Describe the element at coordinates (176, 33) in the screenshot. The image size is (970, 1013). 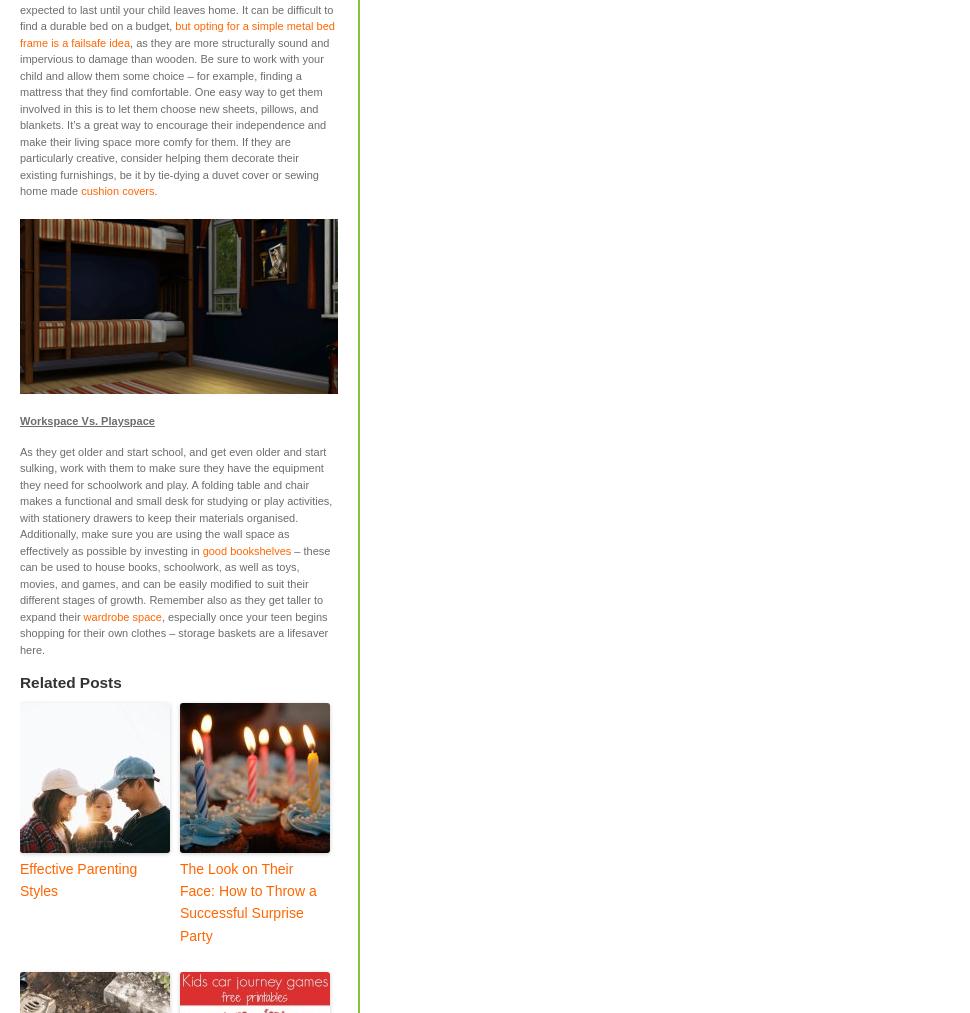
I see `'but opting for a simple metal bed frame is a failsafe idea'` at that location.